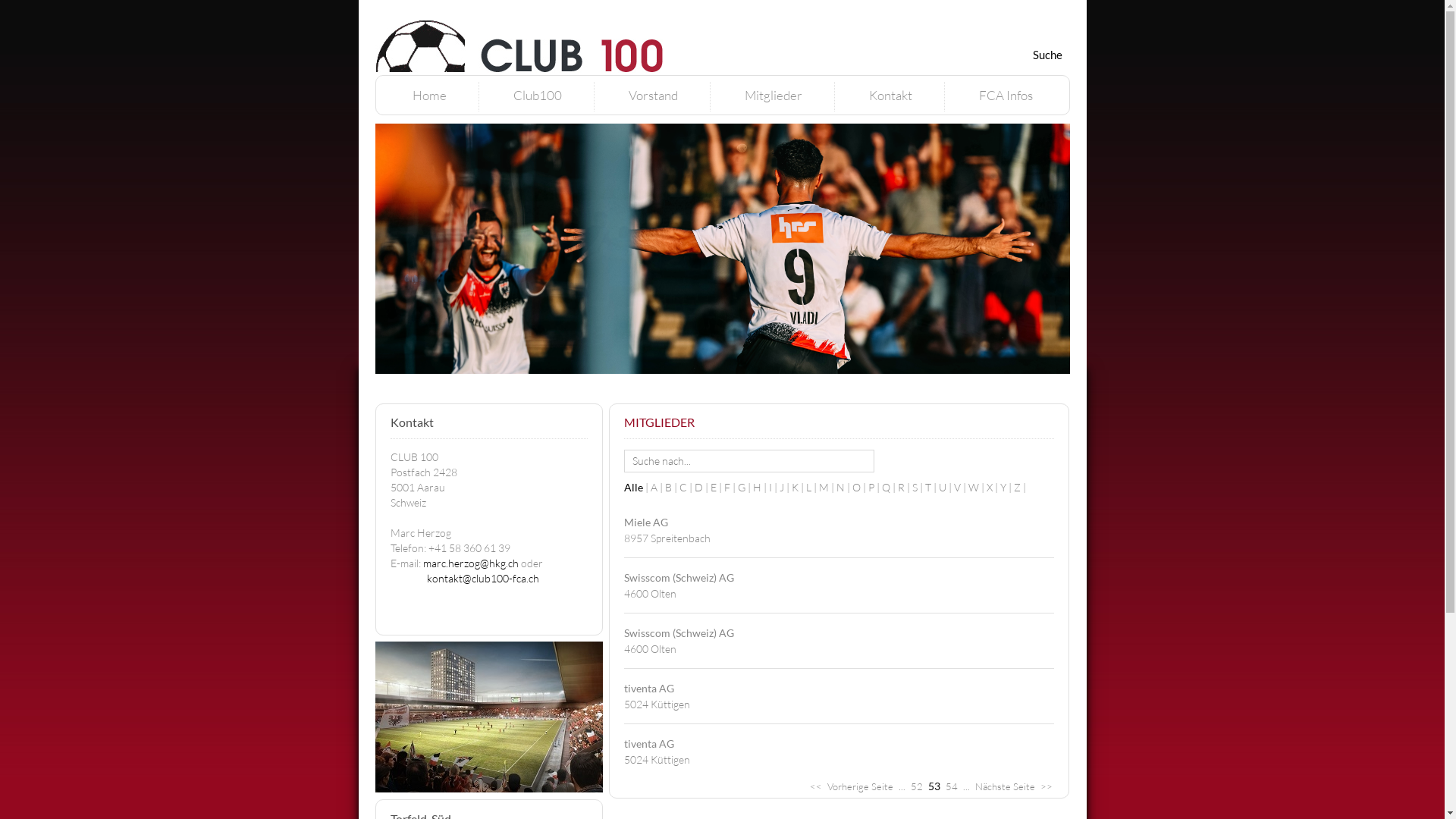 The width and height of the screenshot is (1456, 819). What do you see at coordinates (915, 786) in the screenshot?
I see `'52'` at bounding box center [915, 786].